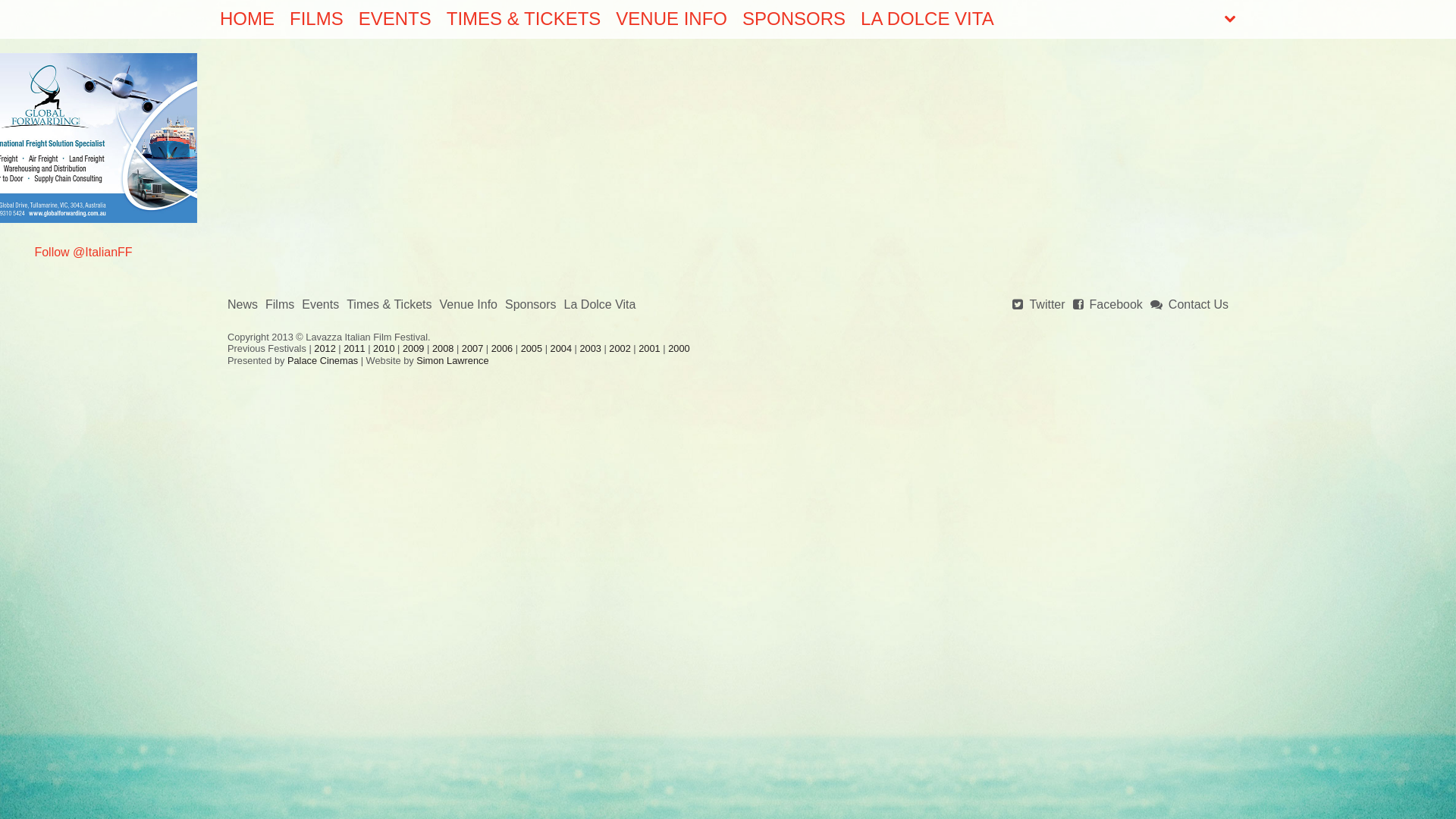 The image size is (1456, 819). I want to click on 'Simon Lawrence', so click(451, 360).